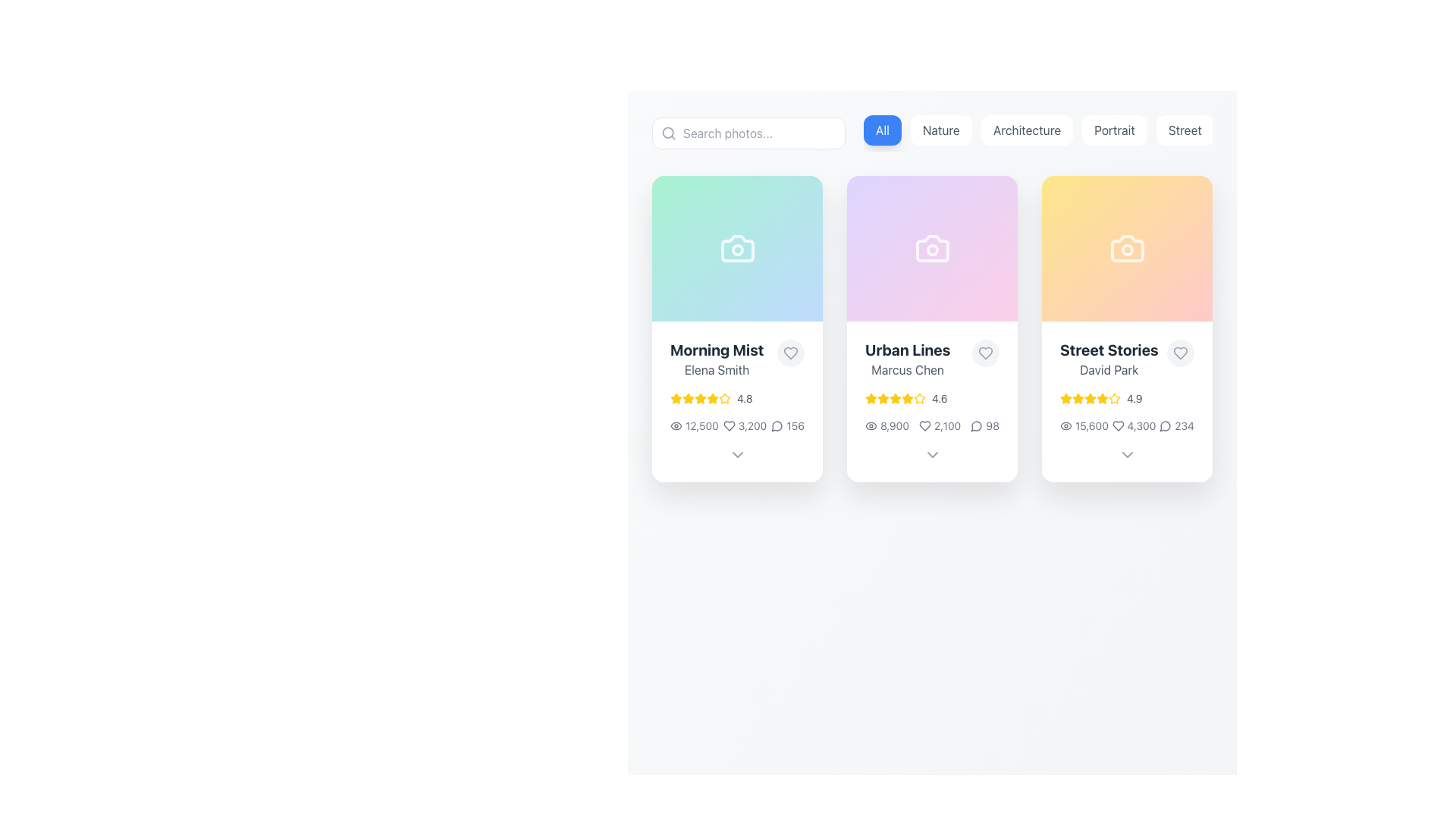  Describe the element at coordinates (1127, 426) in the screenshot. I see `the heart icon in the text and icon information strip located at the bottom of the 'Street Stories' card to like` at that location.